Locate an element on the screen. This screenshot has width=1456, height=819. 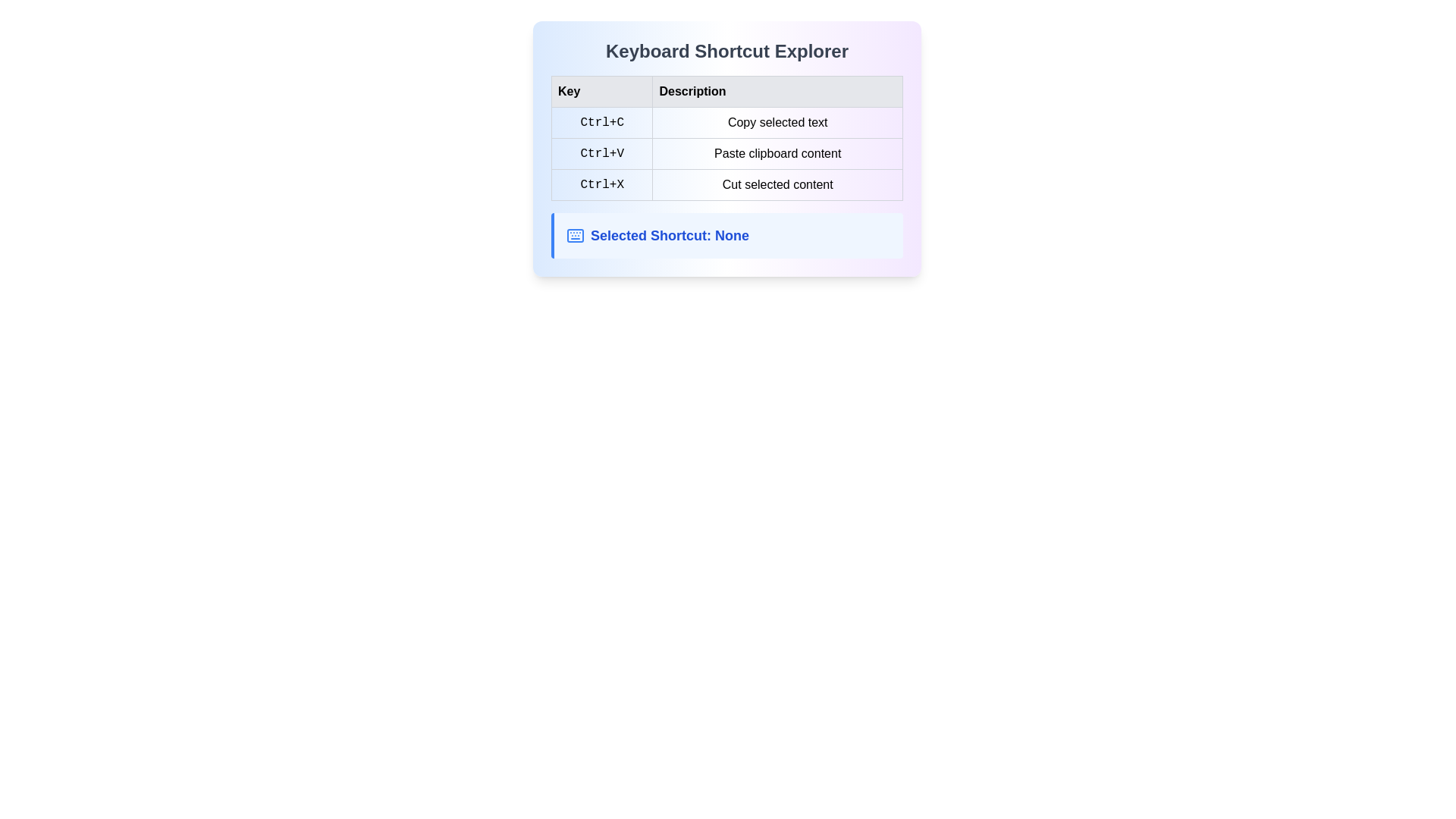
the static text display of the keyboard shortcut 'Ctrl+V' located in the second row of the table under the 'Key' column is located at coordinates (601, 154).